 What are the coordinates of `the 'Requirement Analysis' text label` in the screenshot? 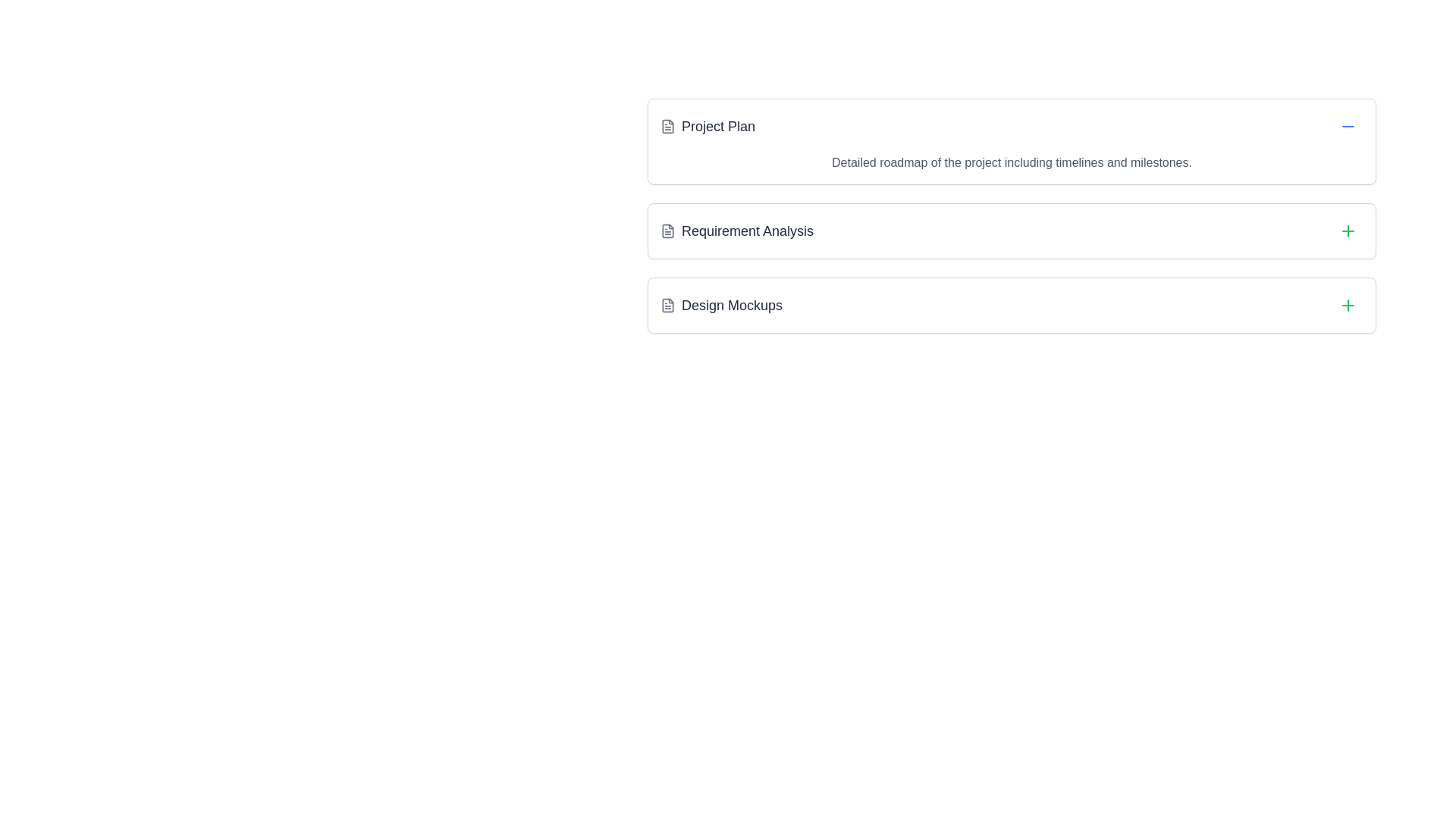 It's located at (748, 231).